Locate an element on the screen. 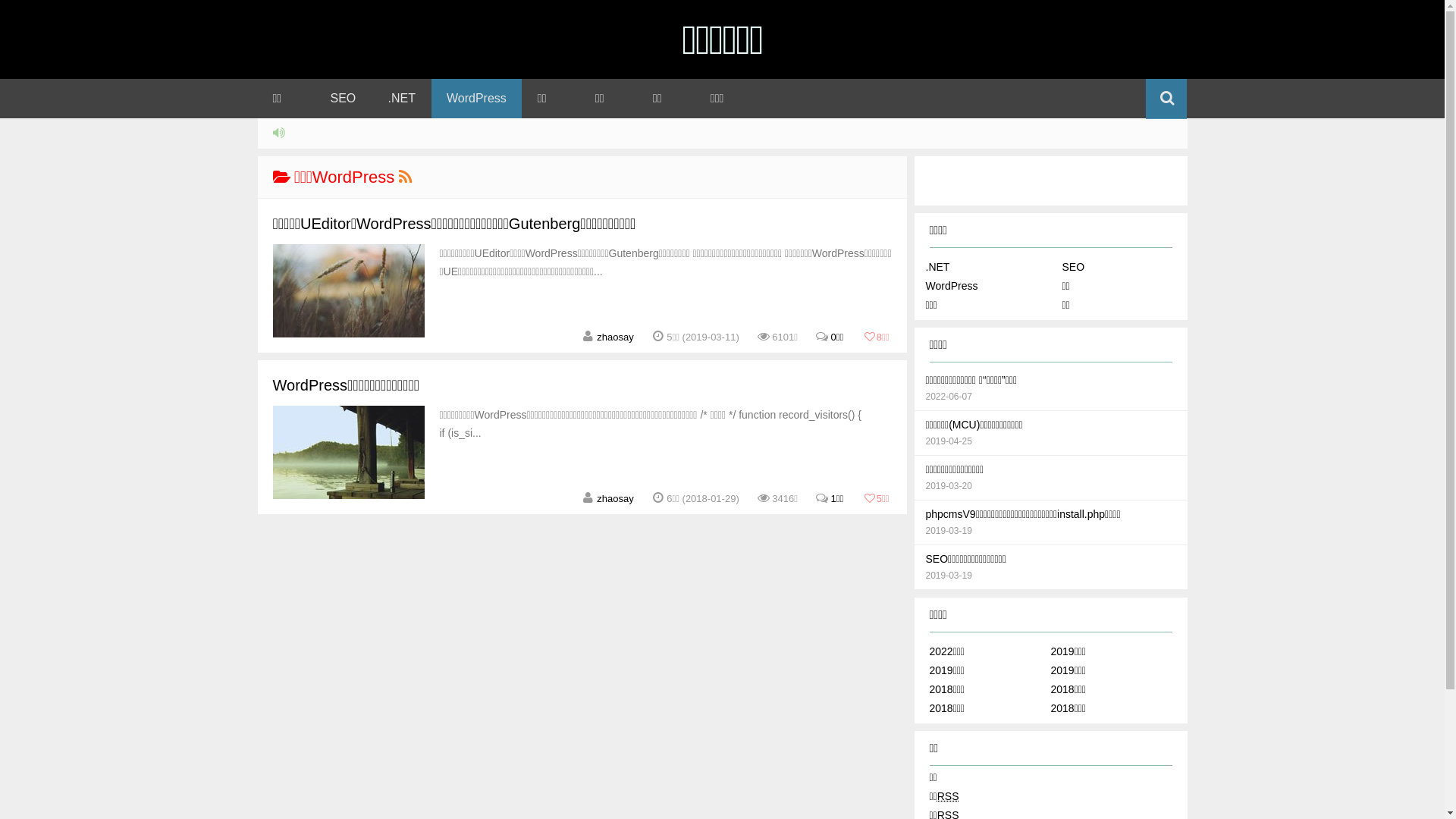 The height and width of the screenshot is (819, 1456). '.NET' is located at coordinates (937, 265).